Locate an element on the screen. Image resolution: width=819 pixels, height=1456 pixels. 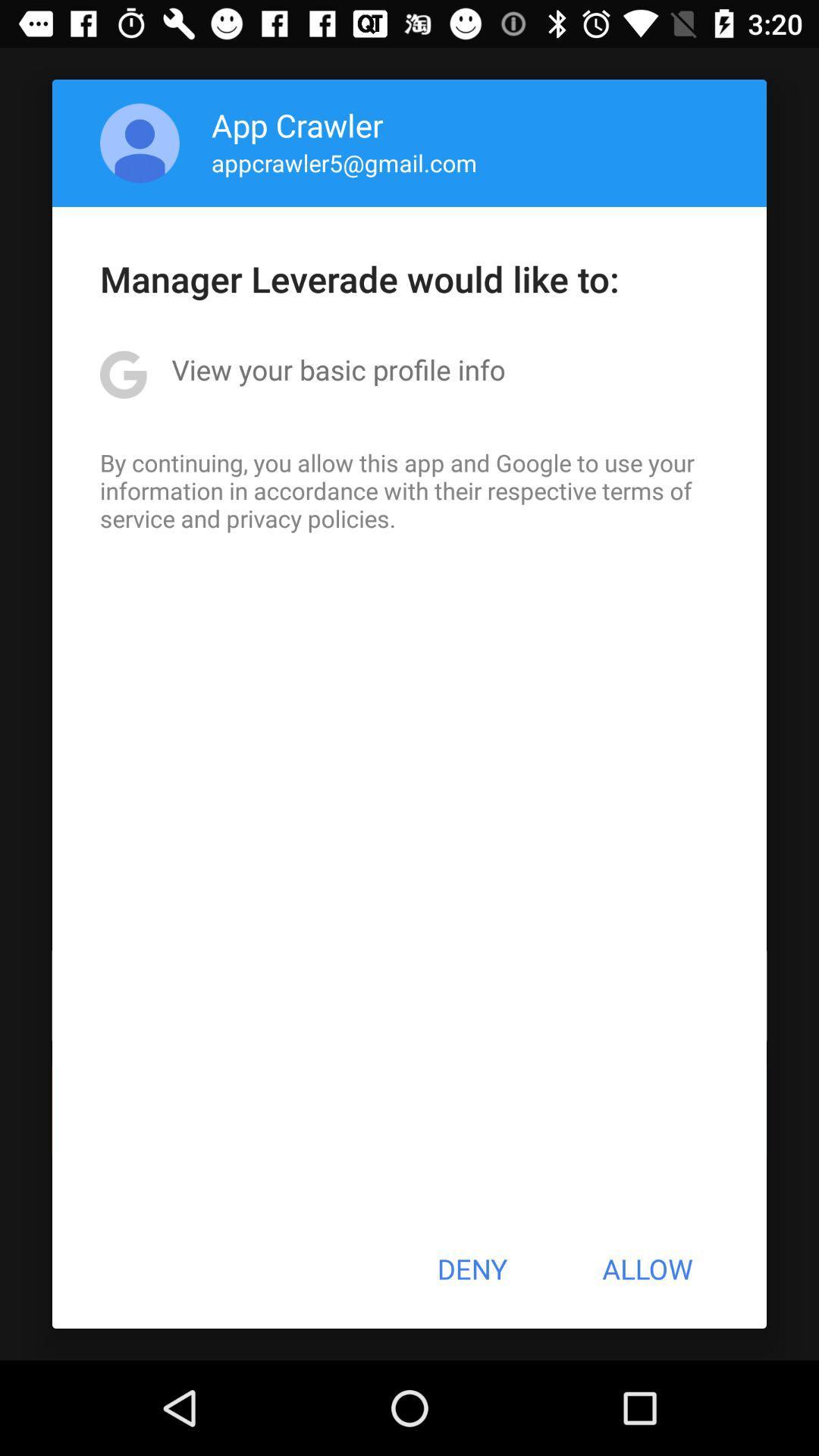
icon below by continuing you app is located at coordinates (471, 1269).